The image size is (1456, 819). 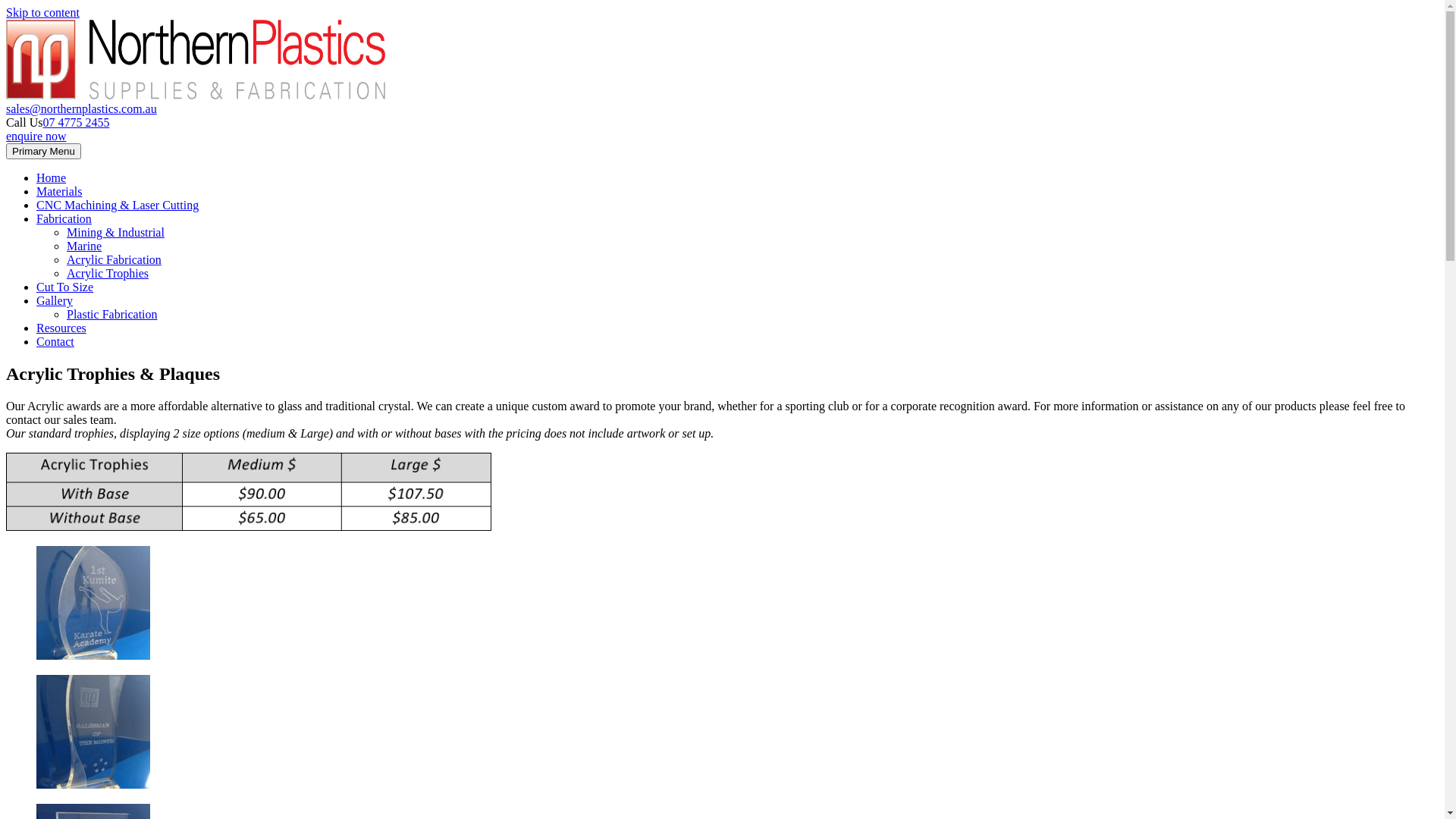 What do you see at coordinates (43, 151) in the screenshot?
I see `'Primary Menu'` at bounding box center [43, 151].